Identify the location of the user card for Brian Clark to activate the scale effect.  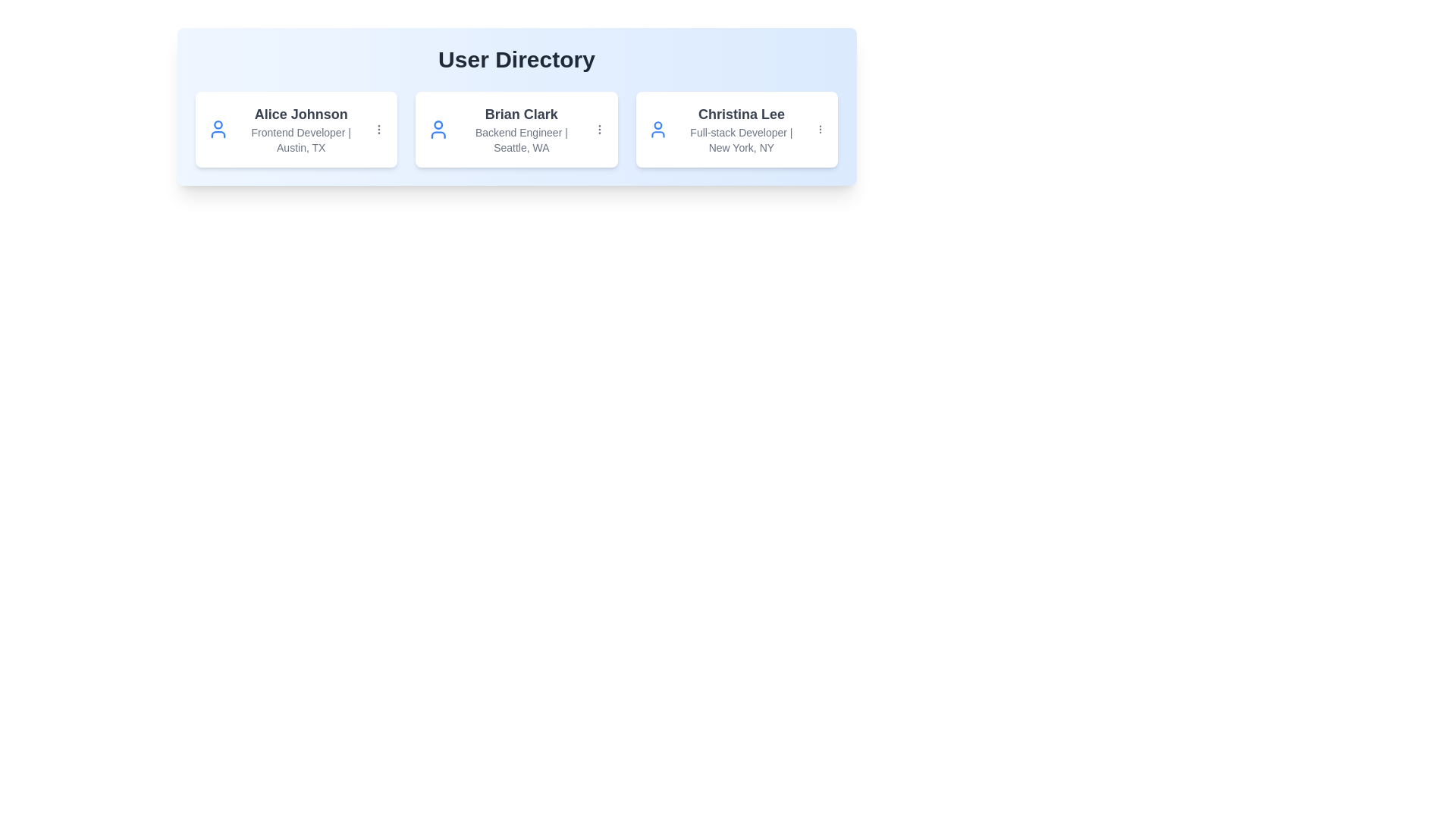
(516, 128).